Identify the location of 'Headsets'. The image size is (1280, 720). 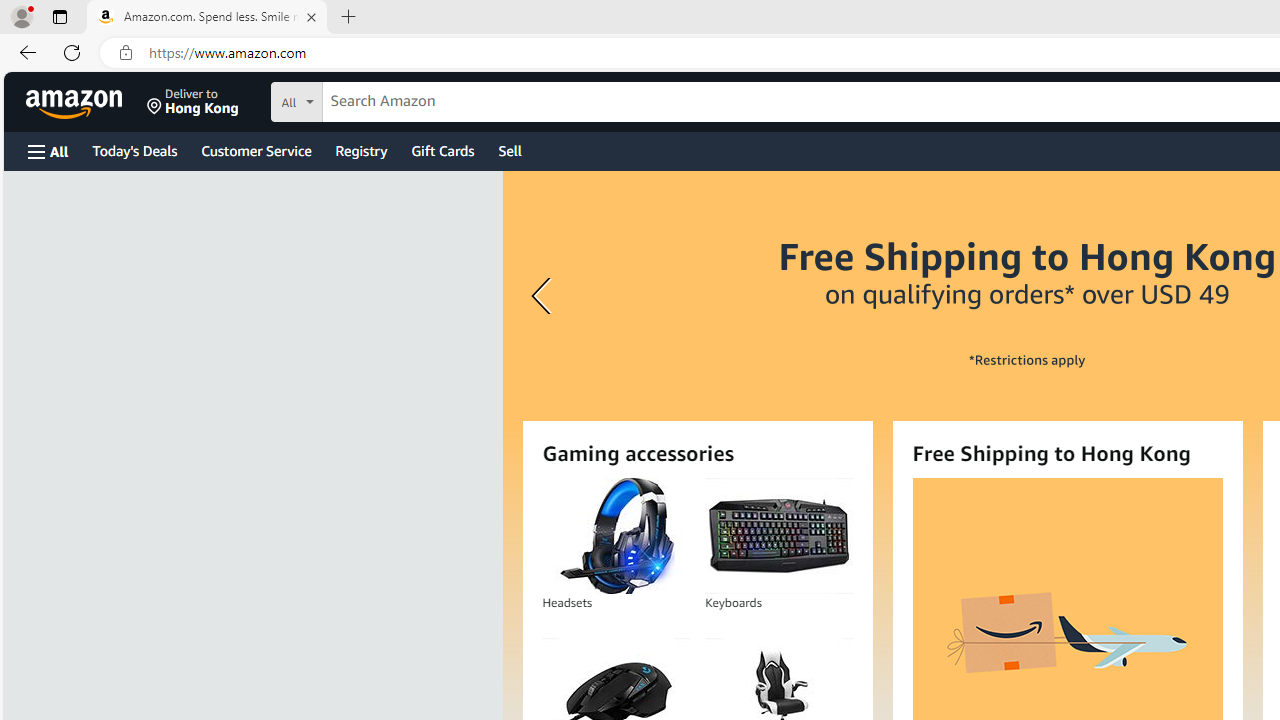
(615, 535).